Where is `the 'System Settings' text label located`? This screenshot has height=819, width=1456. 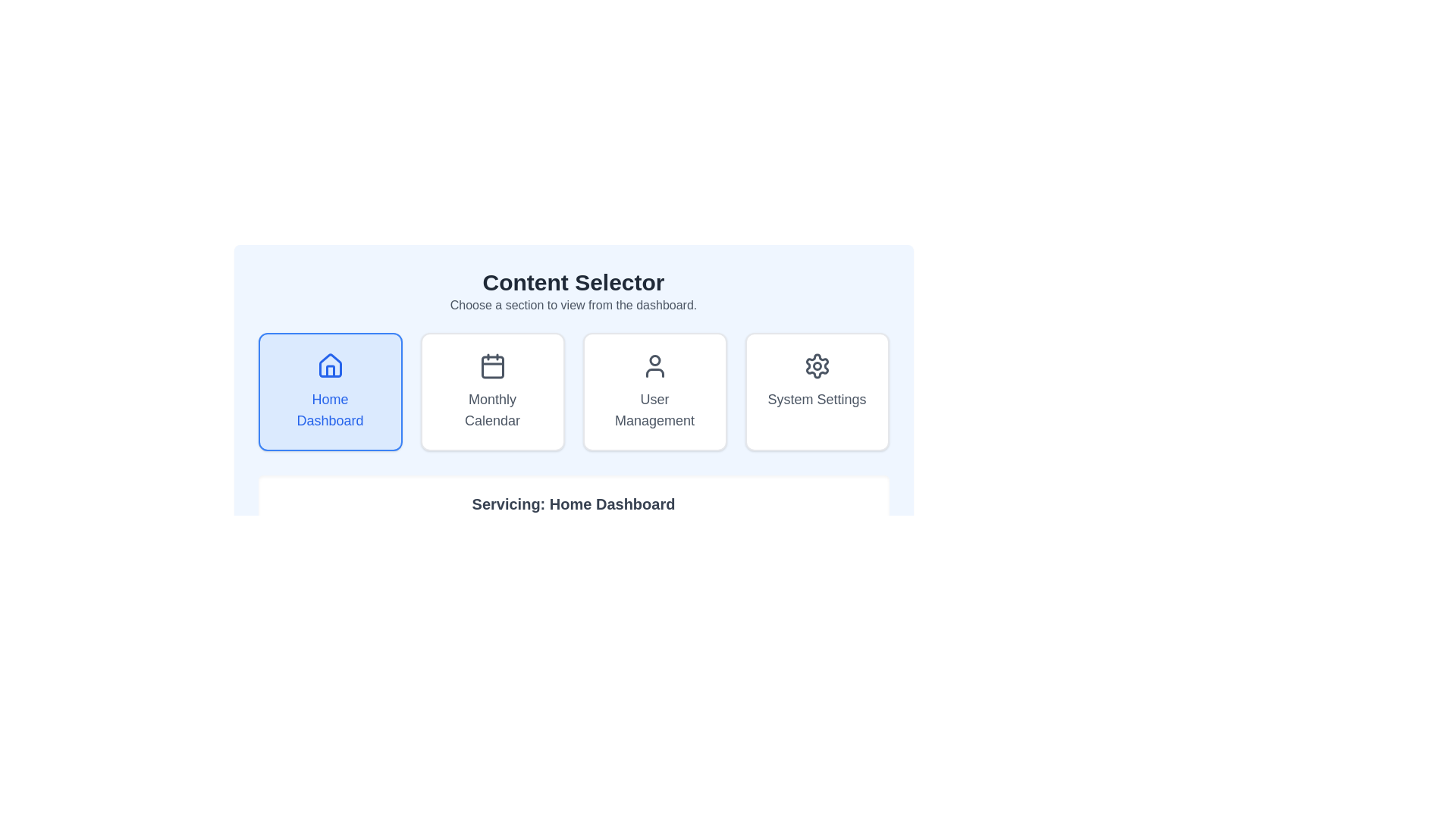 the 'System Settings' text label located is located at coordinates (816, 399).